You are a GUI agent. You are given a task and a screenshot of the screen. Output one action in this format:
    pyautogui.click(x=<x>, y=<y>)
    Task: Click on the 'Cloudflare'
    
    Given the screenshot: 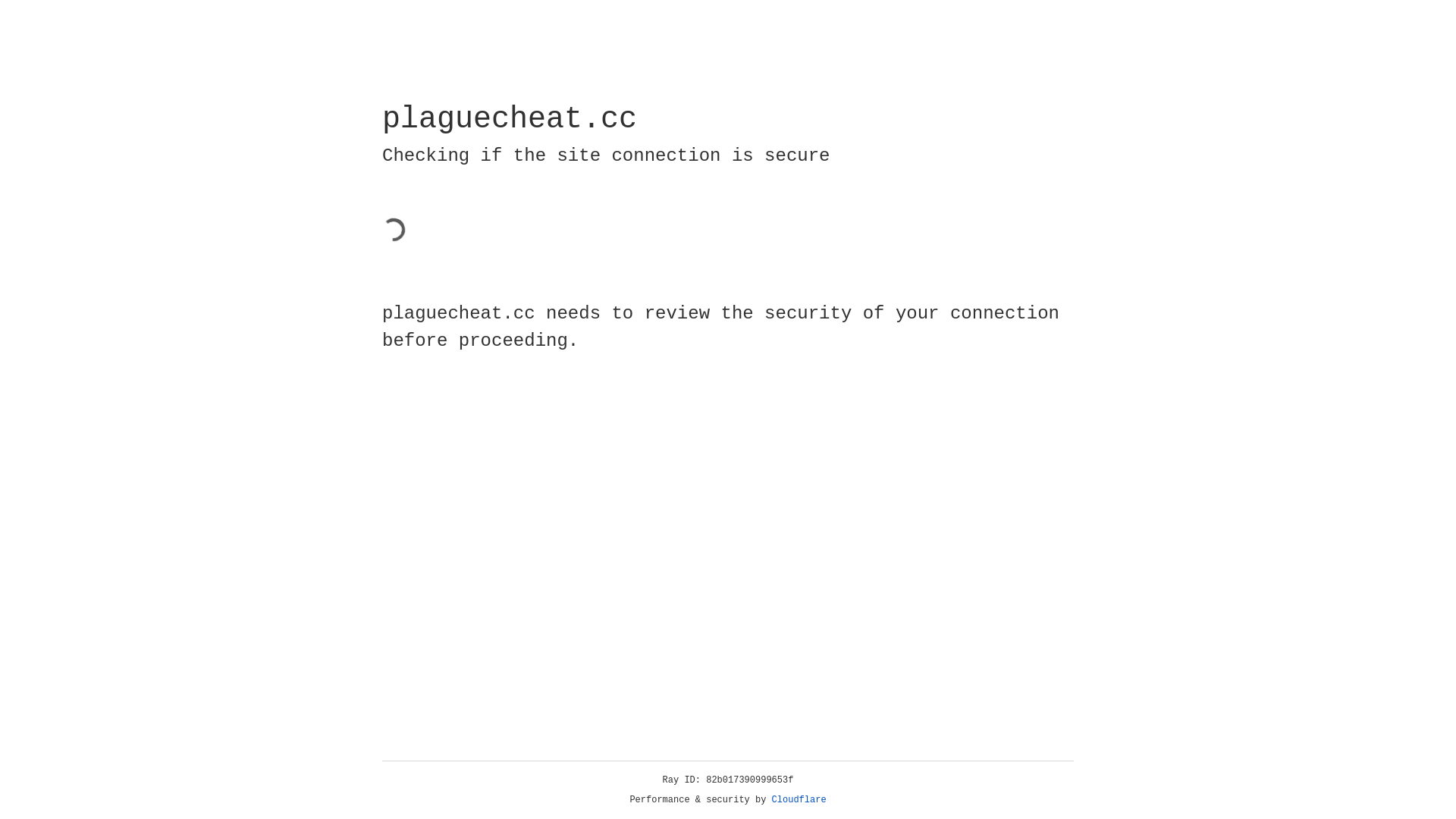 What is the action you would take?
    pyautogui.click(x=799, y=799)
    